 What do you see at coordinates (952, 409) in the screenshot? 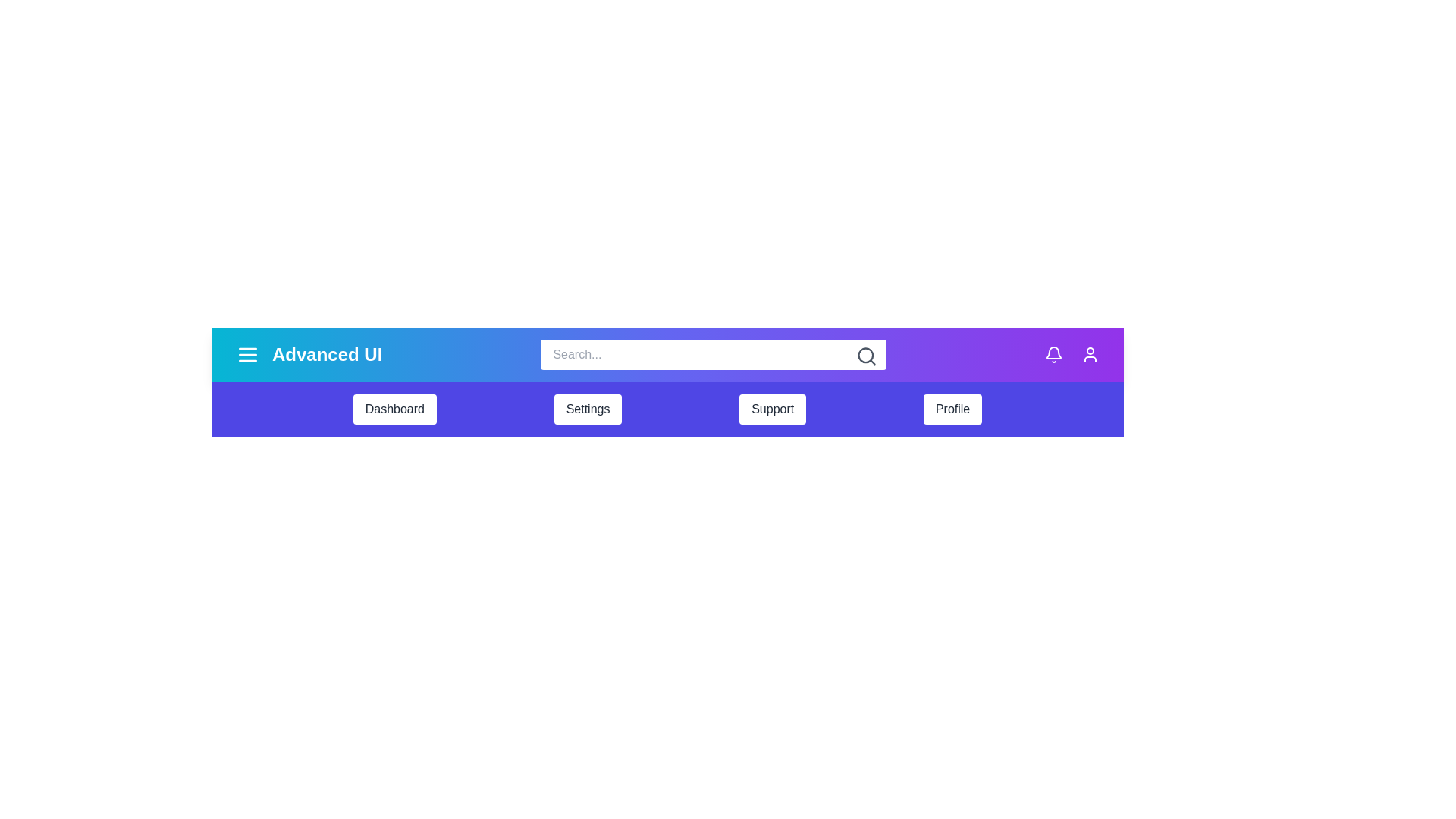
I see `the navigation item labeled Profile to see its hover effect` at bounding box center [952, 409].